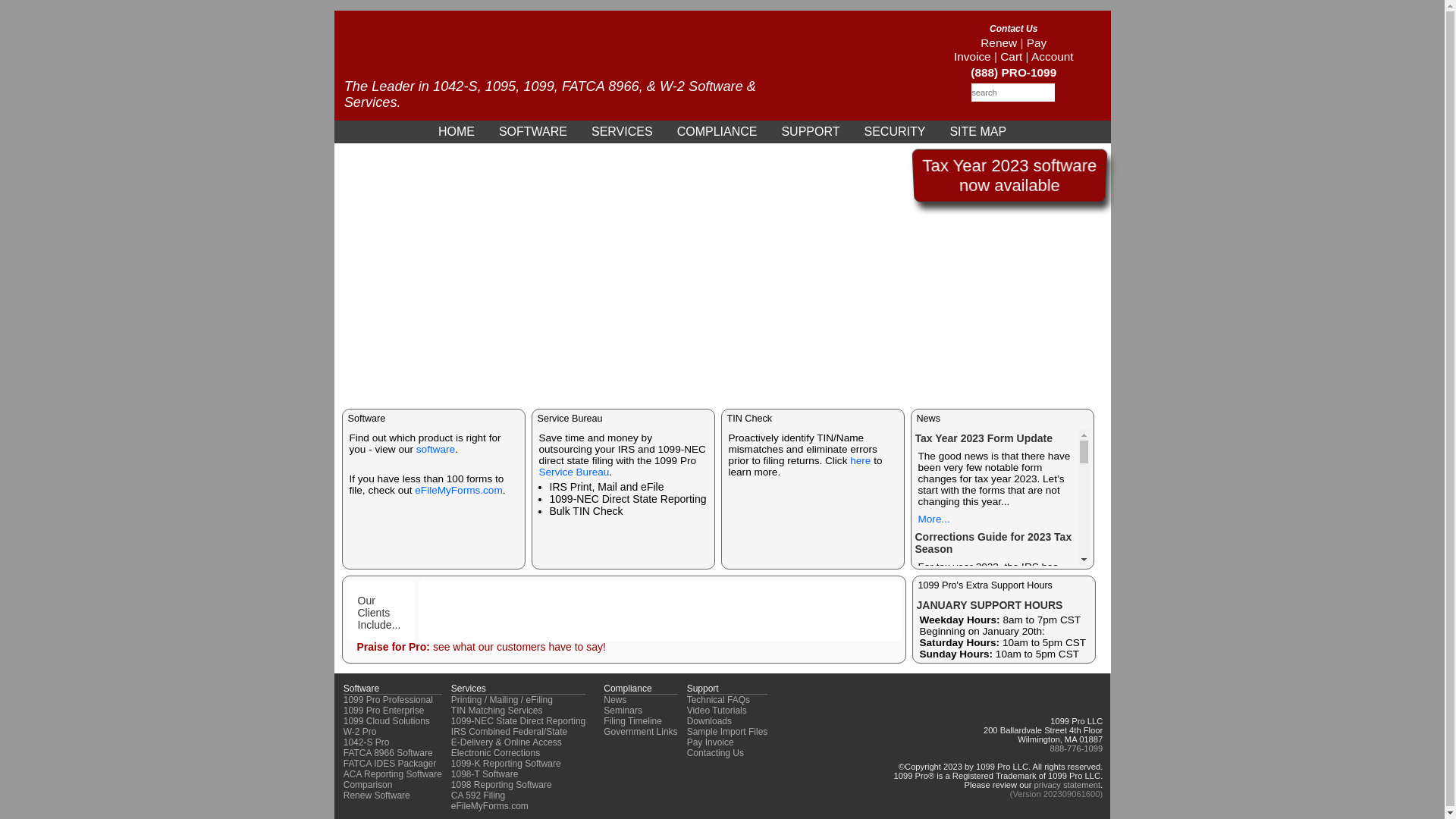  What do you see at coordinates (1000, 49) in the screenshot?
I see `'Pay Invoice'` at bounding box center [1000, 49].